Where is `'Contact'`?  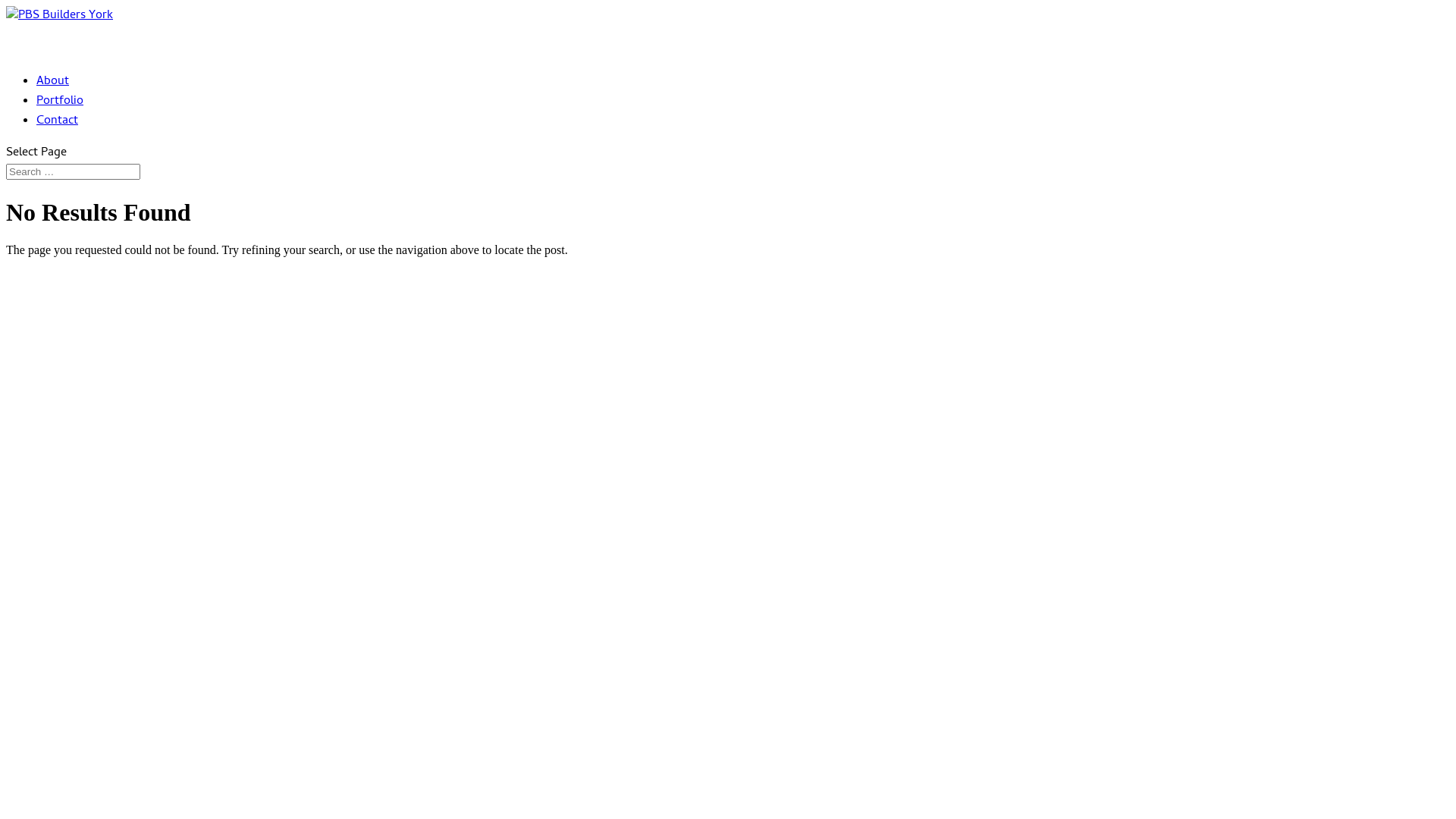 'Contact' is located at coordinates (57, 138).